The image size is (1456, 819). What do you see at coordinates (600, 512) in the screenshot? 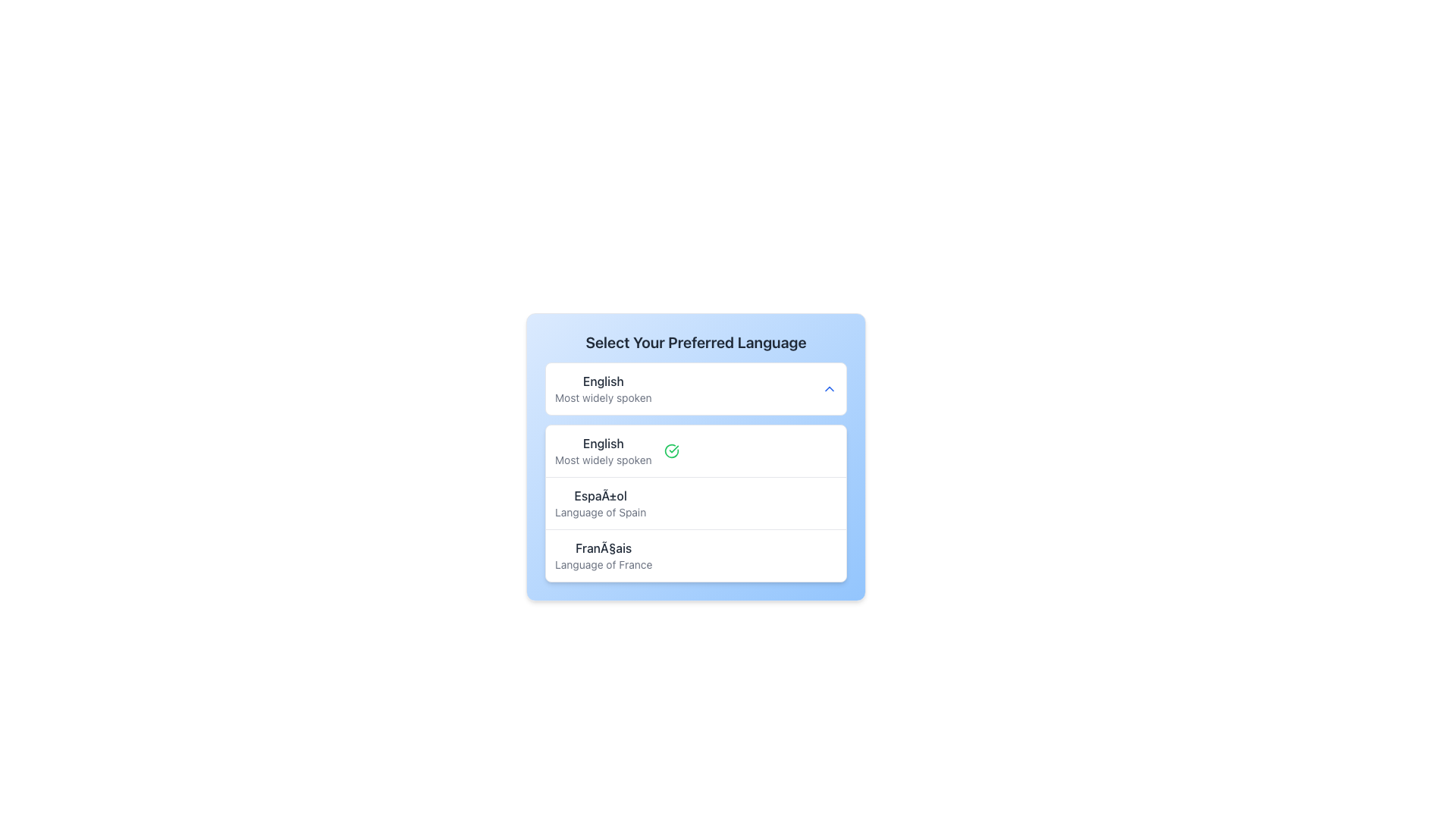
I see `the text label displaying 'Language of Spain', which is styled in gray and positioned below the bold 'Español' text in the language selection row` at bounding box center [600, 512].